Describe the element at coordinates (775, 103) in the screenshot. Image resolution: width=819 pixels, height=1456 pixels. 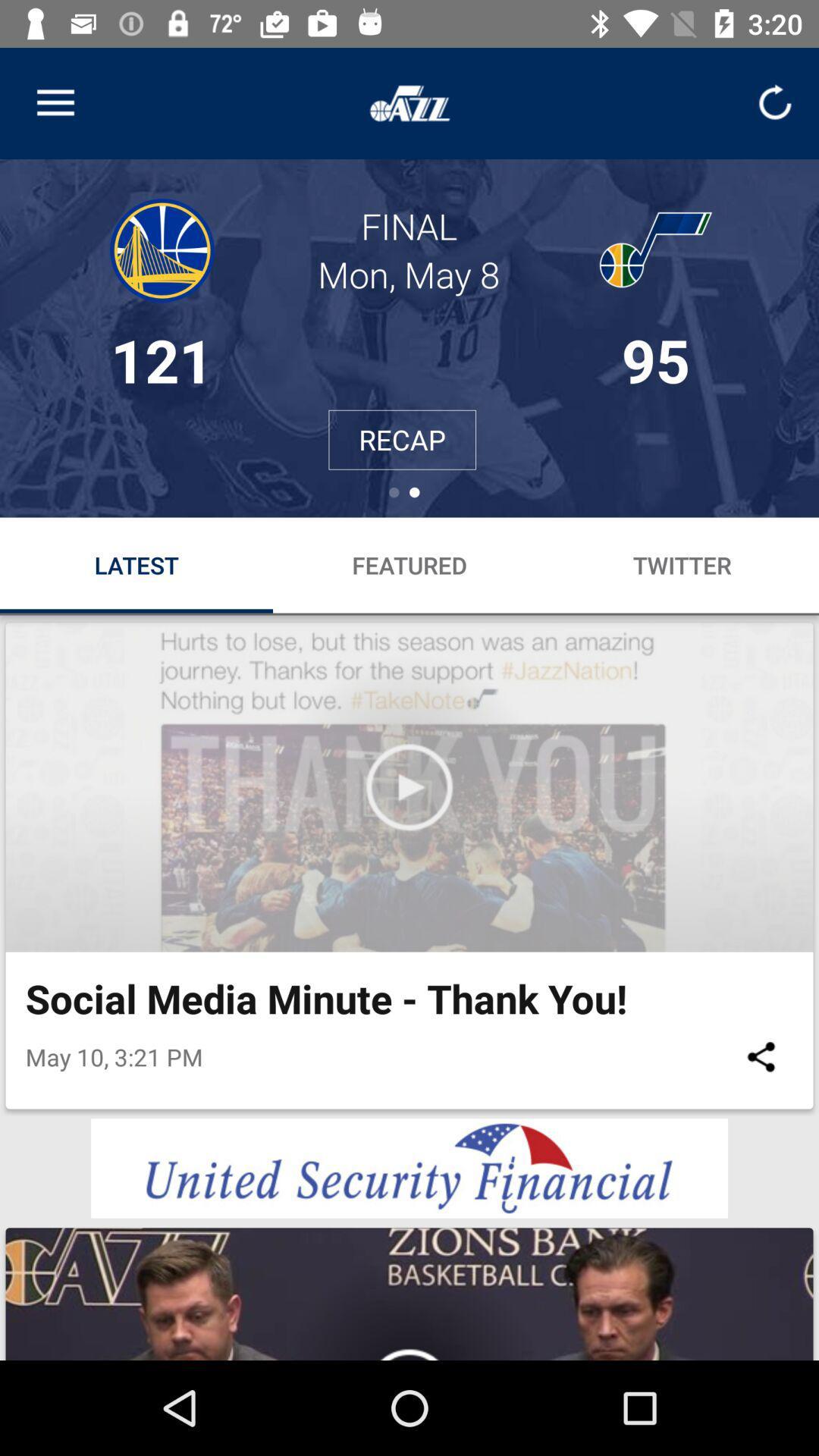
I see `refresh option below time` at that location.